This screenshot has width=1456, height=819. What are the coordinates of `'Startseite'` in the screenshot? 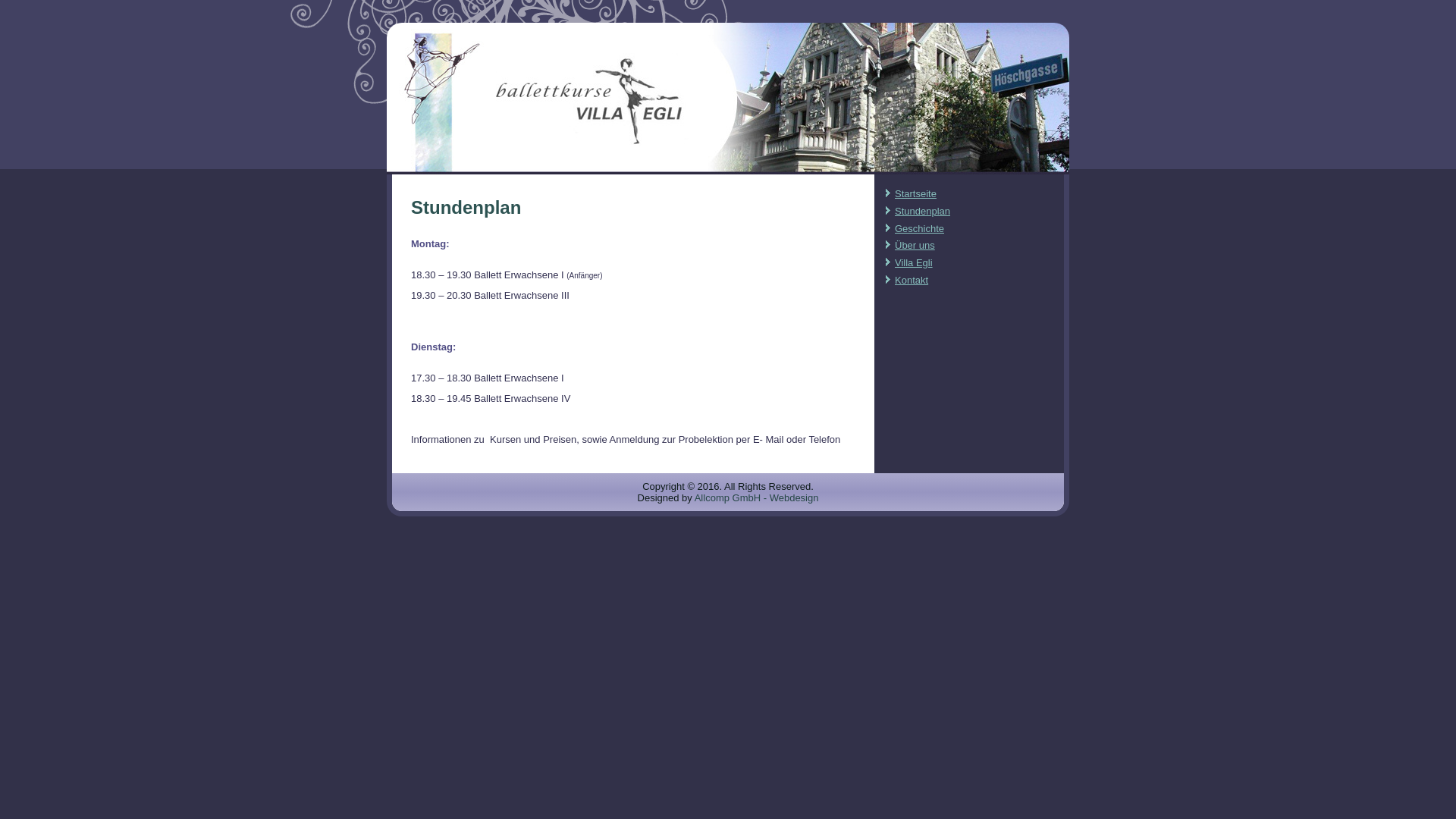 It's located at (915, 193).